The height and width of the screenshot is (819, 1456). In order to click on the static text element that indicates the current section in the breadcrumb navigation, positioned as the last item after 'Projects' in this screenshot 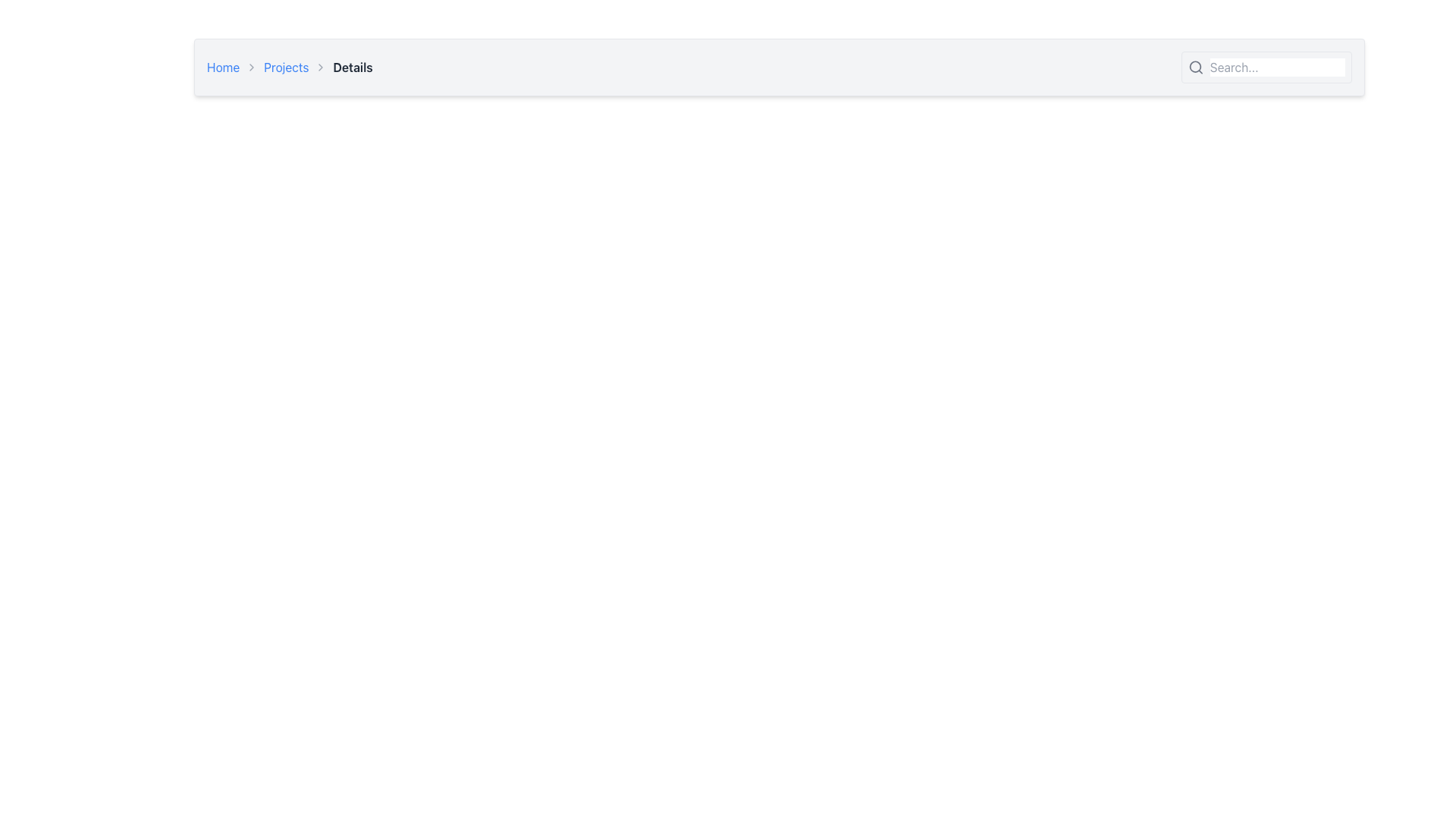, I will do `click(352, 66)`.